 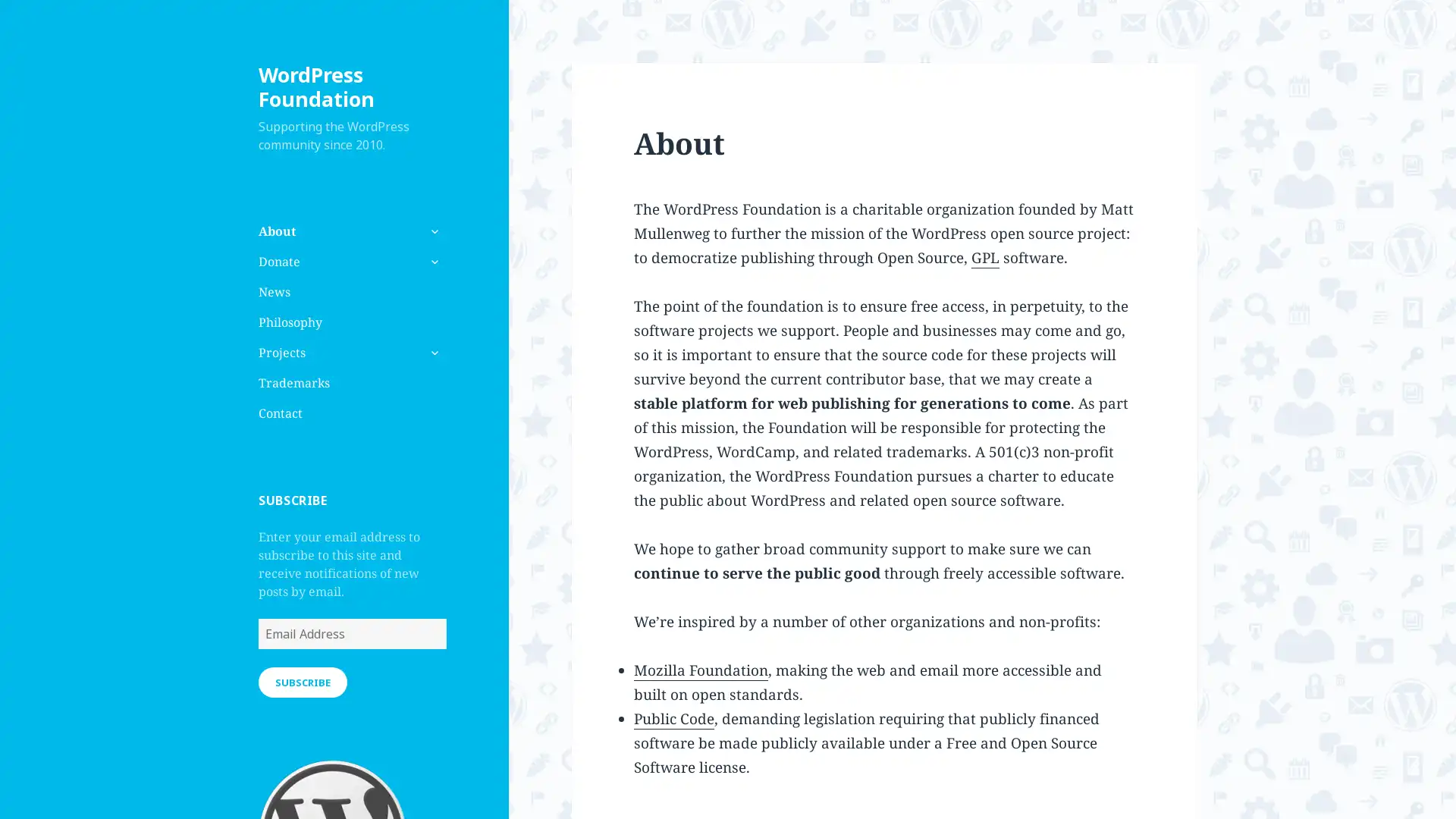 I want to click on SUBSCRIBE, so click(x=302, y=680).